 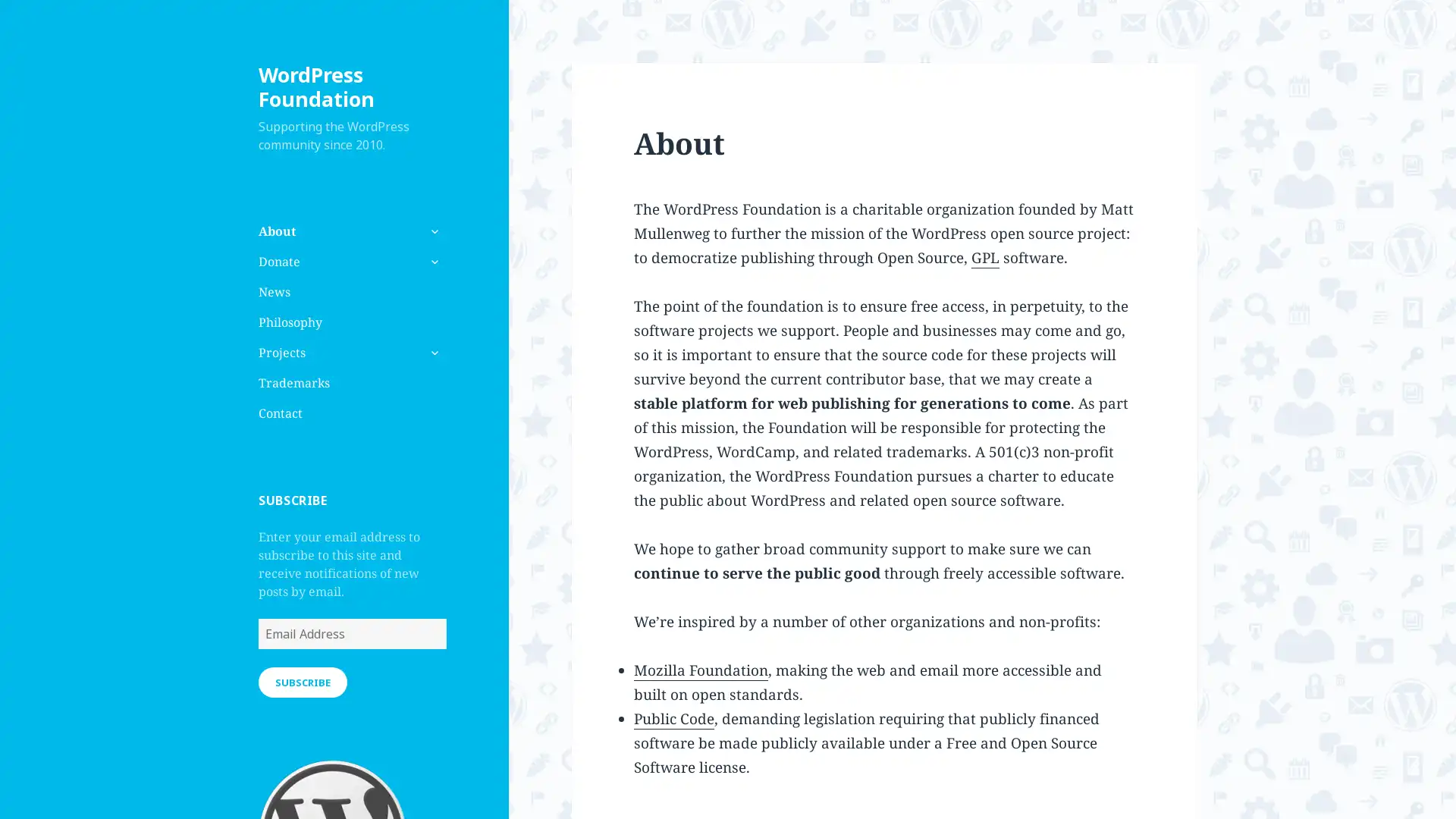 I want to click on SUBSCRIBE, so click(x=302, y=680).